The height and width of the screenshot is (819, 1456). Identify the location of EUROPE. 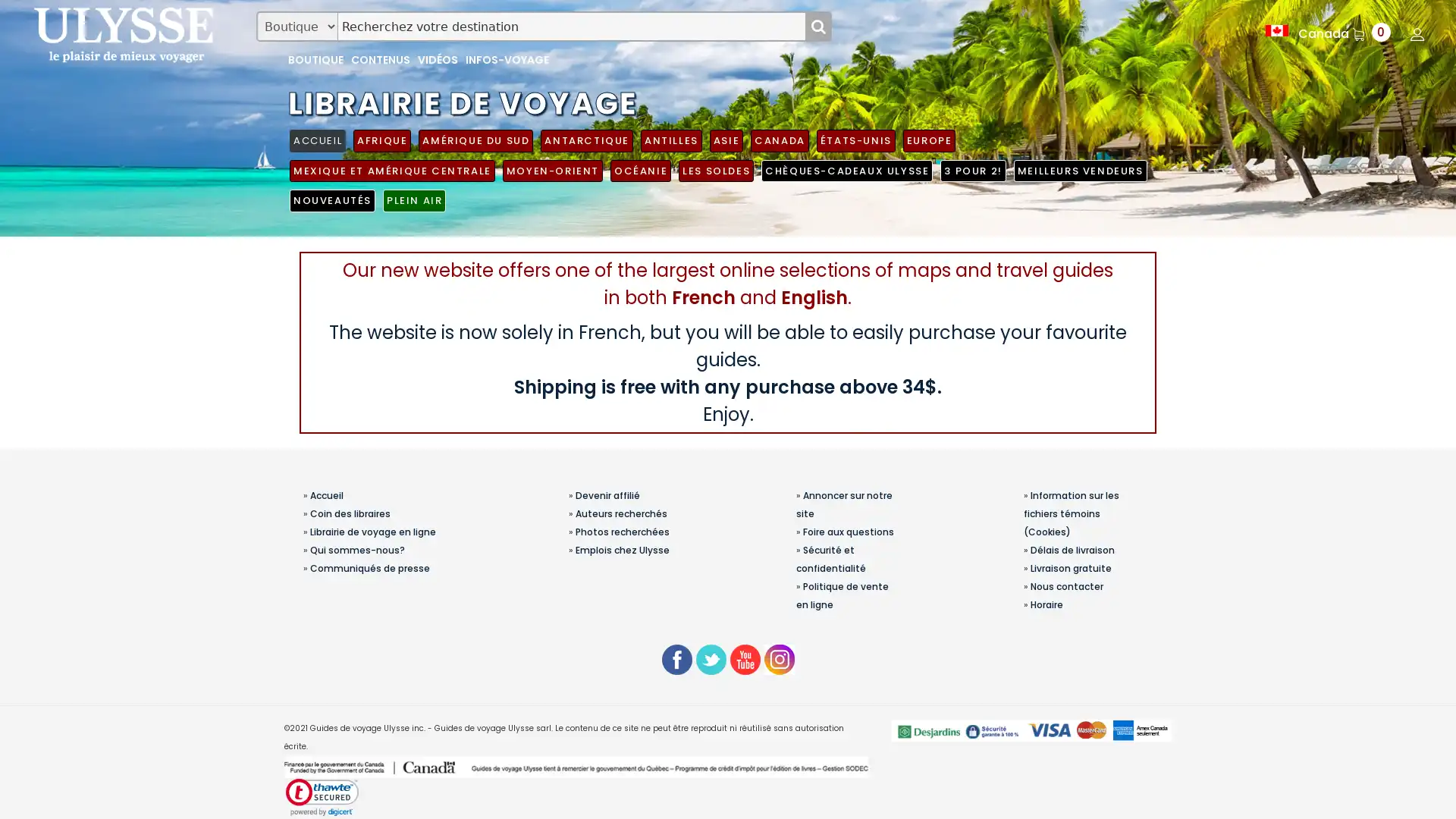
(927, 140).